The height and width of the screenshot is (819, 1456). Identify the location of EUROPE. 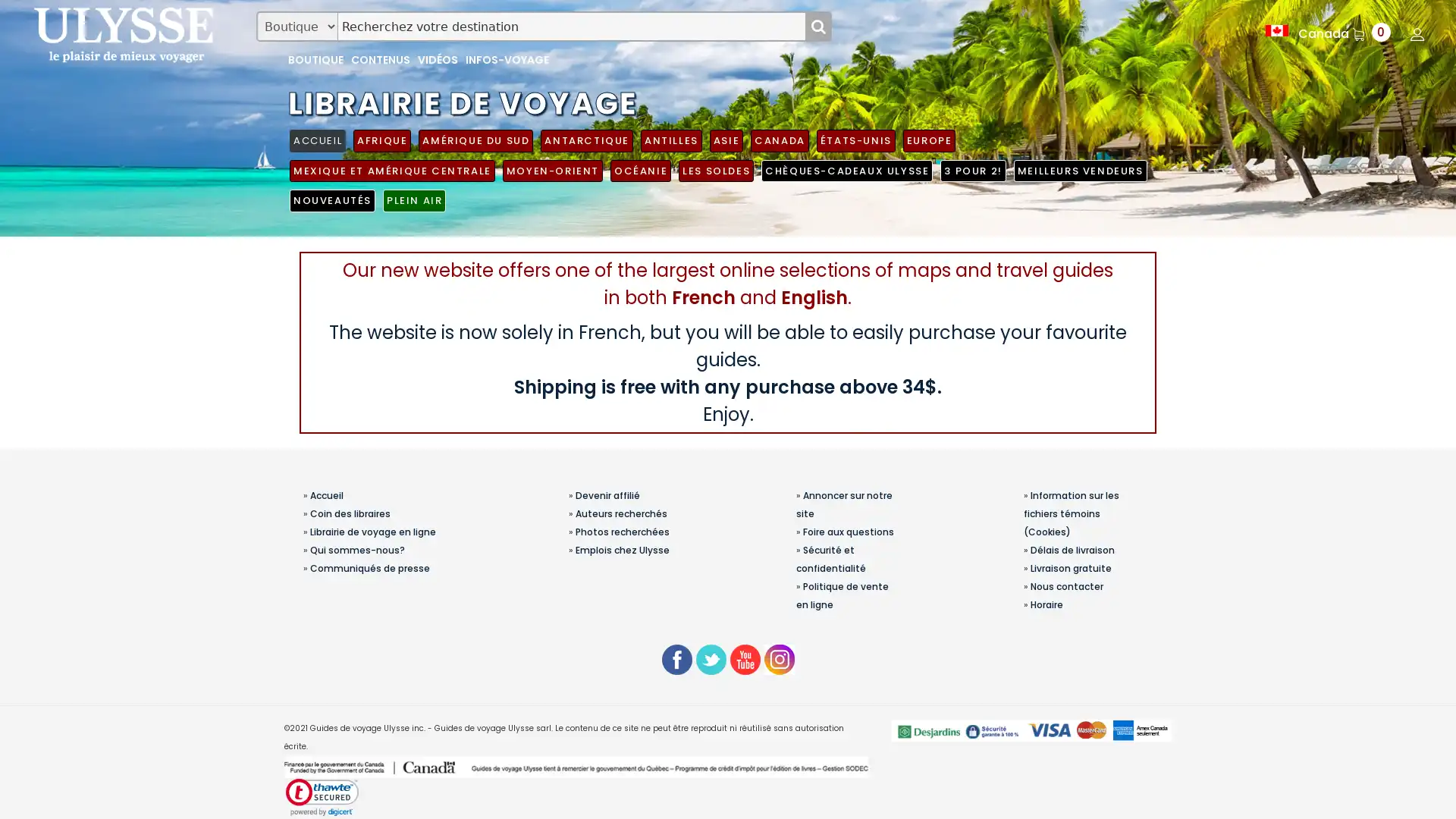
(927, 140).